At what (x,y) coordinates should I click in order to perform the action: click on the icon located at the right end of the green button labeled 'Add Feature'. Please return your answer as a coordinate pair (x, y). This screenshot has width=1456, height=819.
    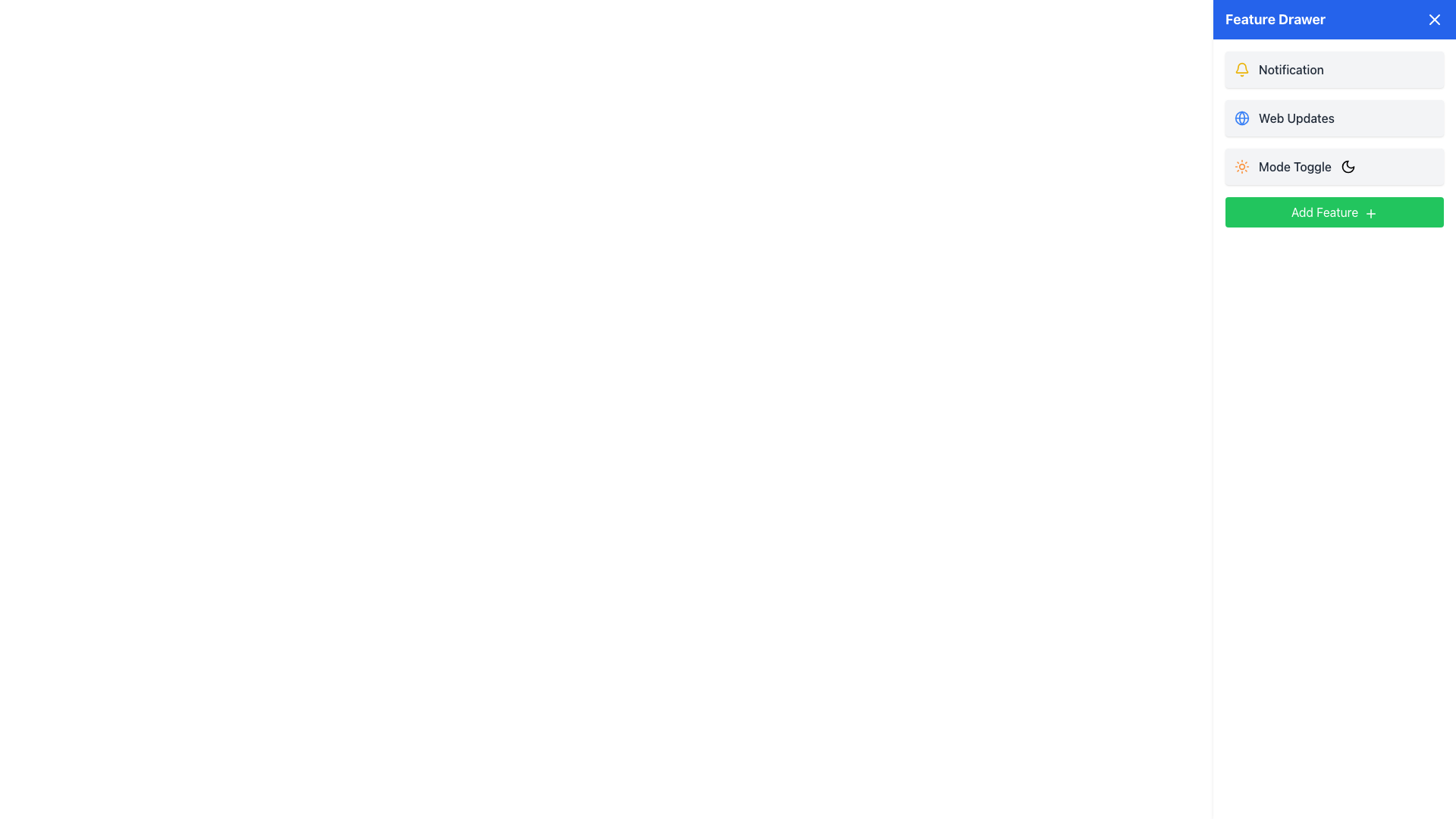
    Looking at the image, I should click on (1371, 213).